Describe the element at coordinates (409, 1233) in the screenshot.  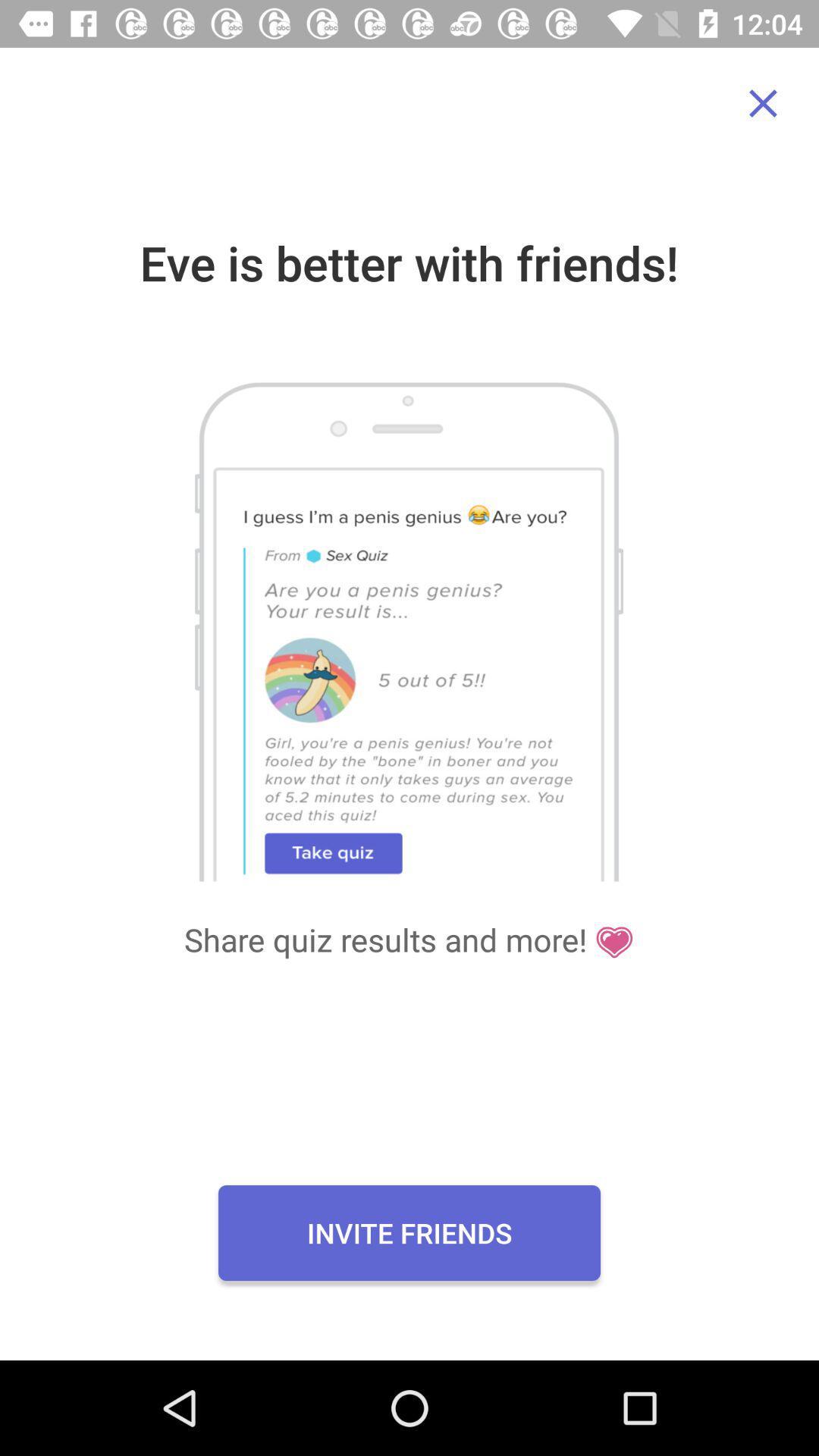
I see `the invite friends icon` at that location.